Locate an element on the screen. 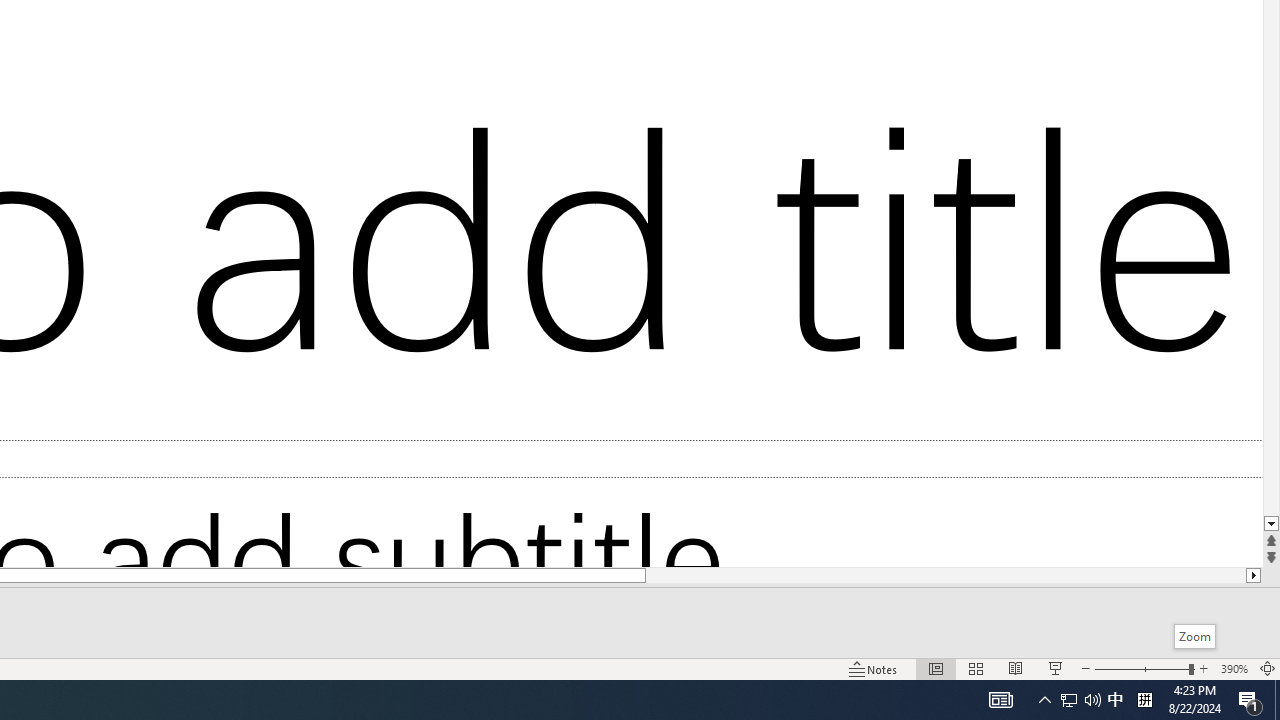 The image size is (1280, 720). 'Zoom 390%' is located at coordinates (1233, 669).